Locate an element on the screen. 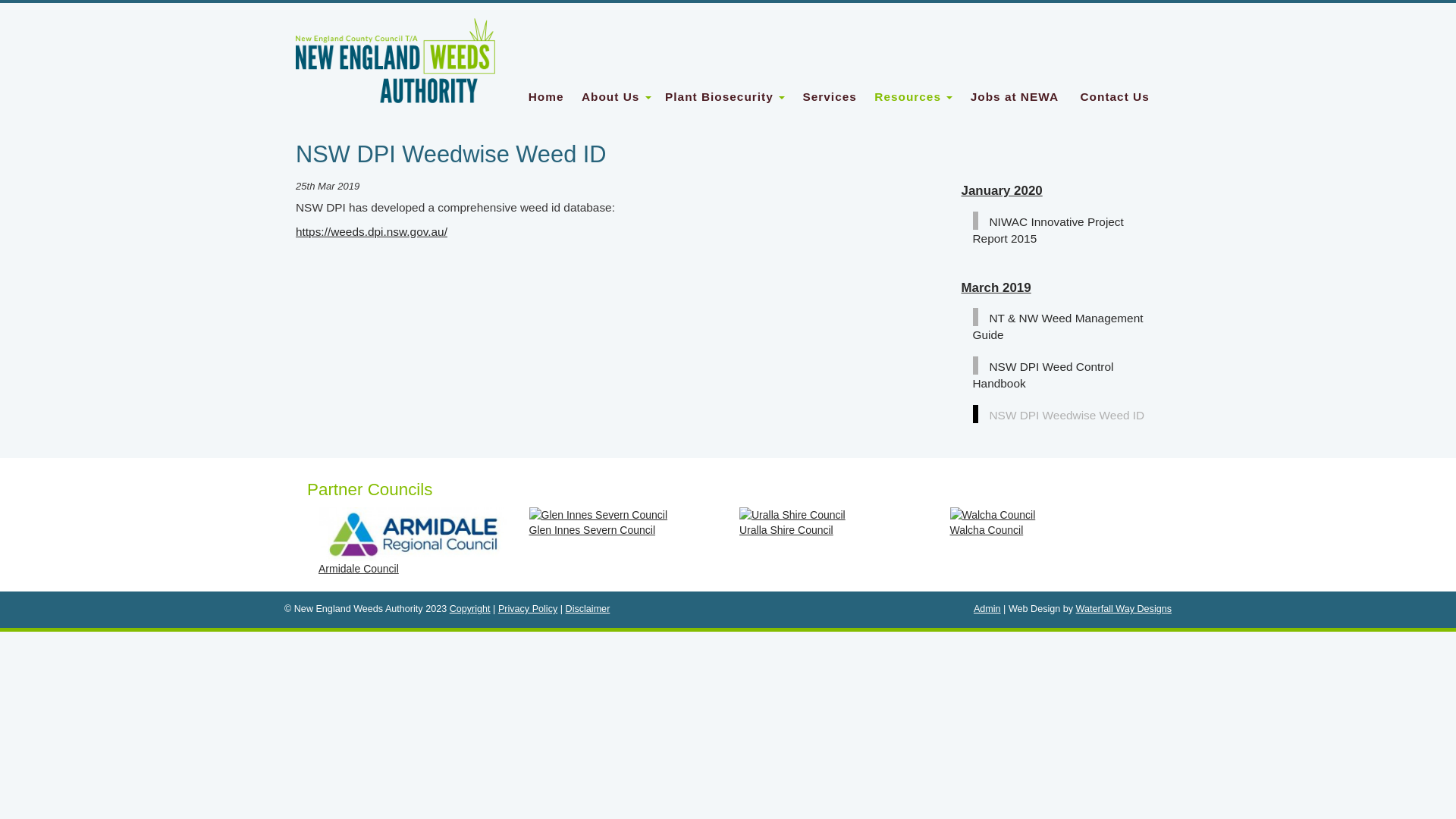 The height and width of the screenshot is (819, 1456). 'NT & NW Weed Management Guide' is located at coordinates (1056, 324).